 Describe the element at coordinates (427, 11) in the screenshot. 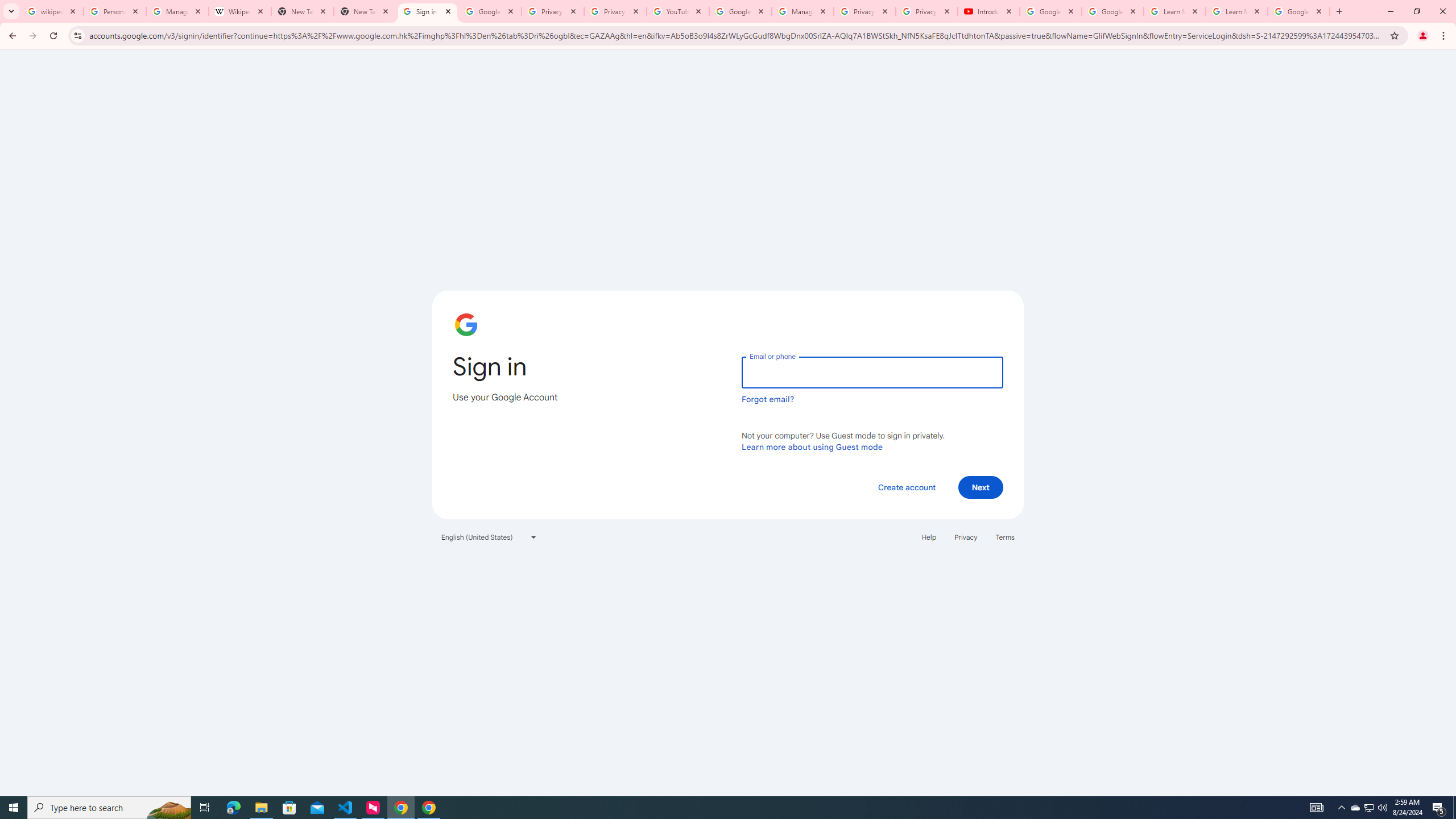

I see `'Sign in - Google Accounts'` at that location.